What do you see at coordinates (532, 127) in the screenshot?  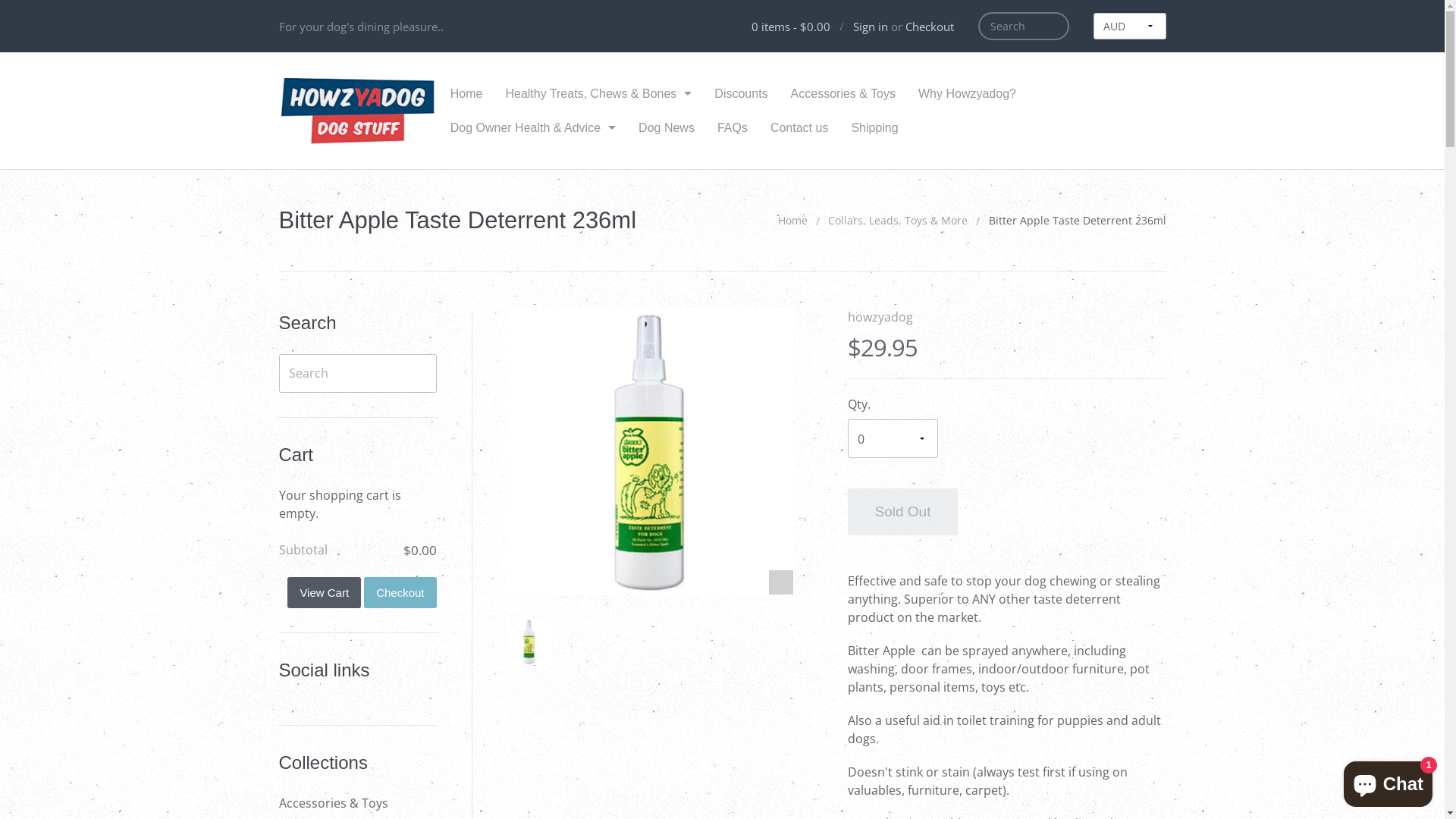 I see `'Dog Owner Health & Advice'` at bounding box center [532, 127].